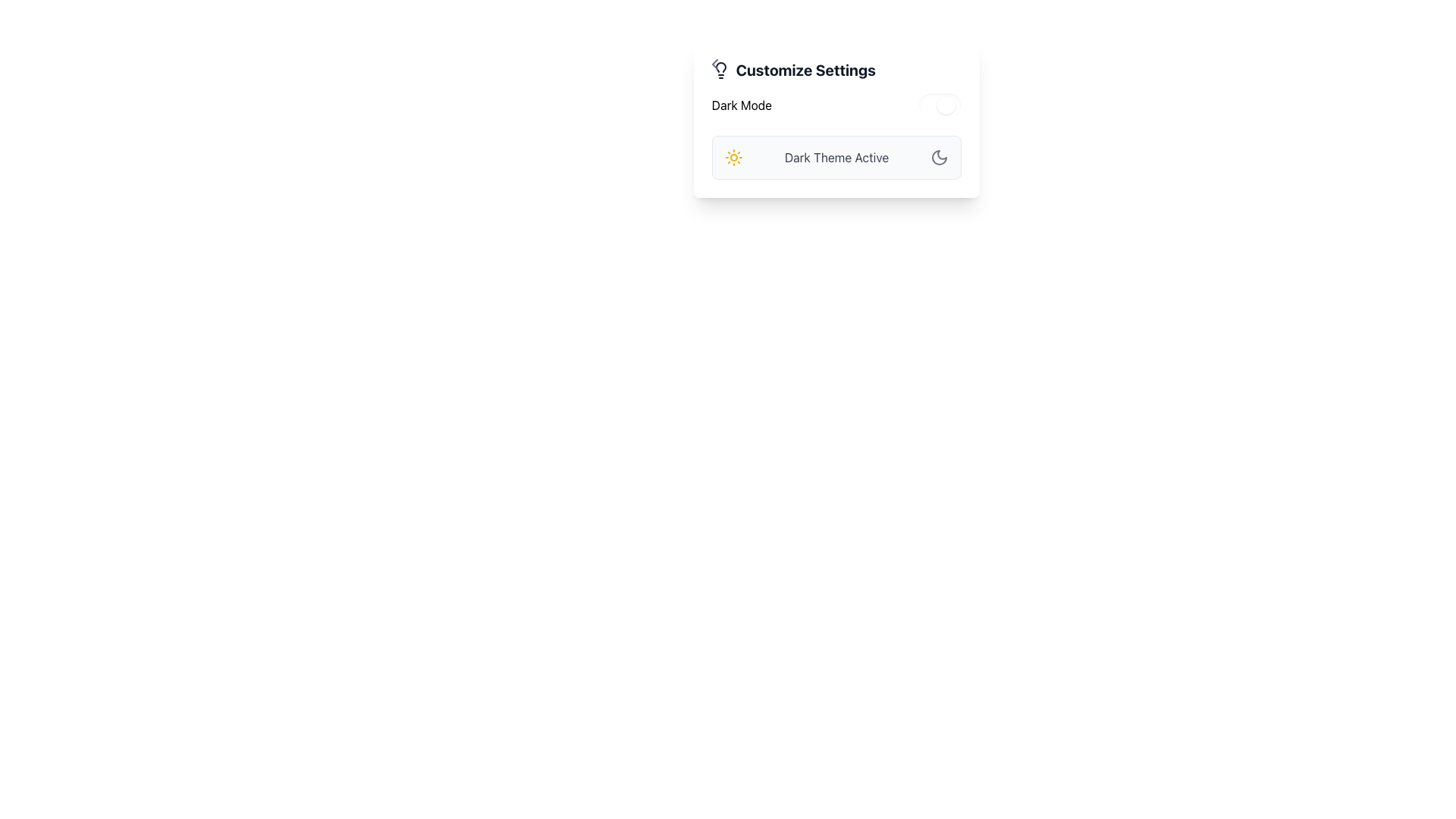  What do you see at coordinates (733, 158) in the screenshot?
I see `the active sun icon, which is bright yellow and indicates that the dark theme is active, located next to the text 'Dark Theme Active'` at bounding box center [733, 158].